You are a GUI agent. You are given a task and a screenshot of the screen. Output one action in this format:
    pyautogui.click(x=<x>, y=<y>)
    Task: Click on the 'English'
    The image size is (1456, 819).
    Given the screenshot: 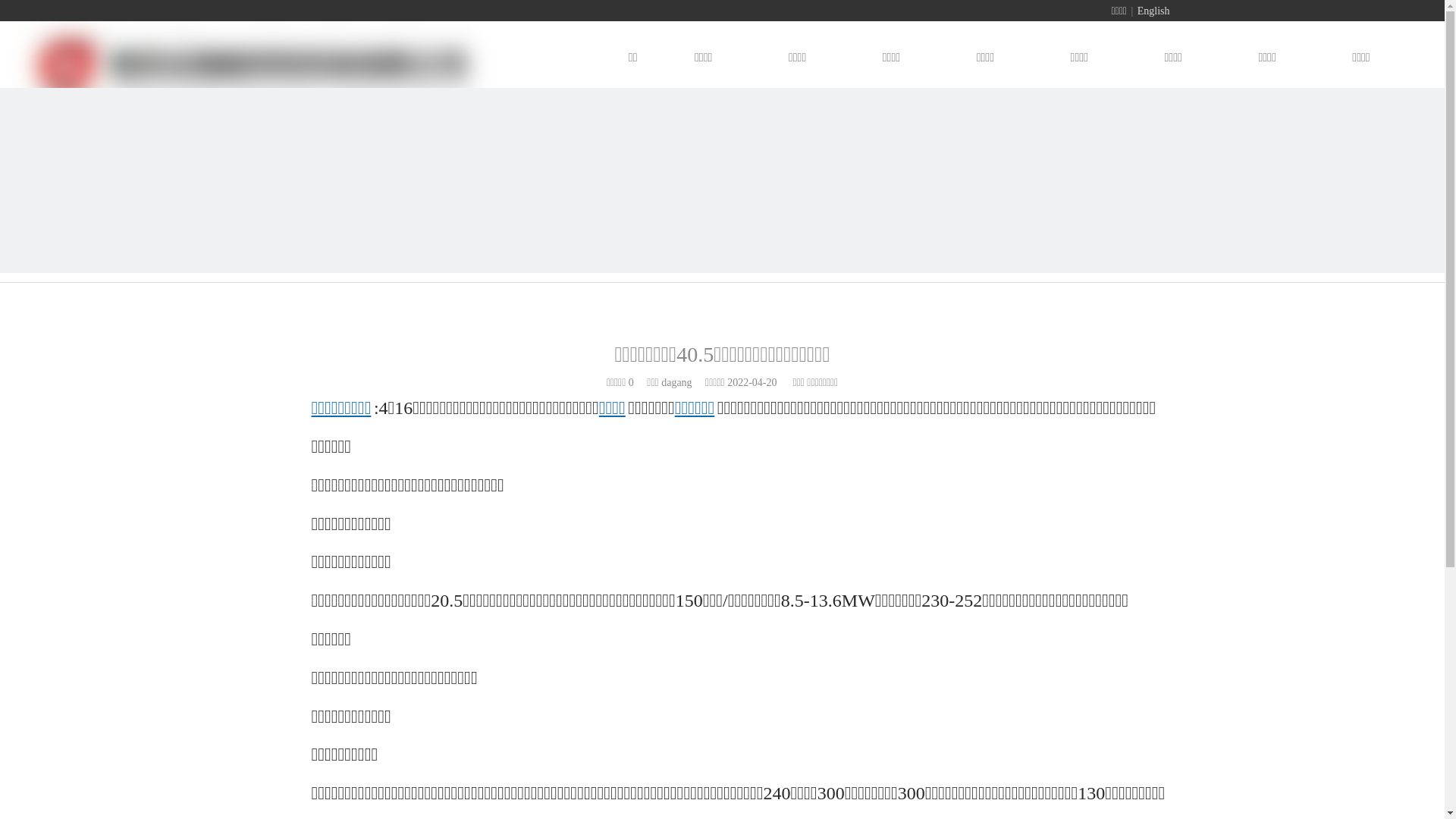 What is the action you would take?
    pyautogui.click(x=1137, y=11)
    